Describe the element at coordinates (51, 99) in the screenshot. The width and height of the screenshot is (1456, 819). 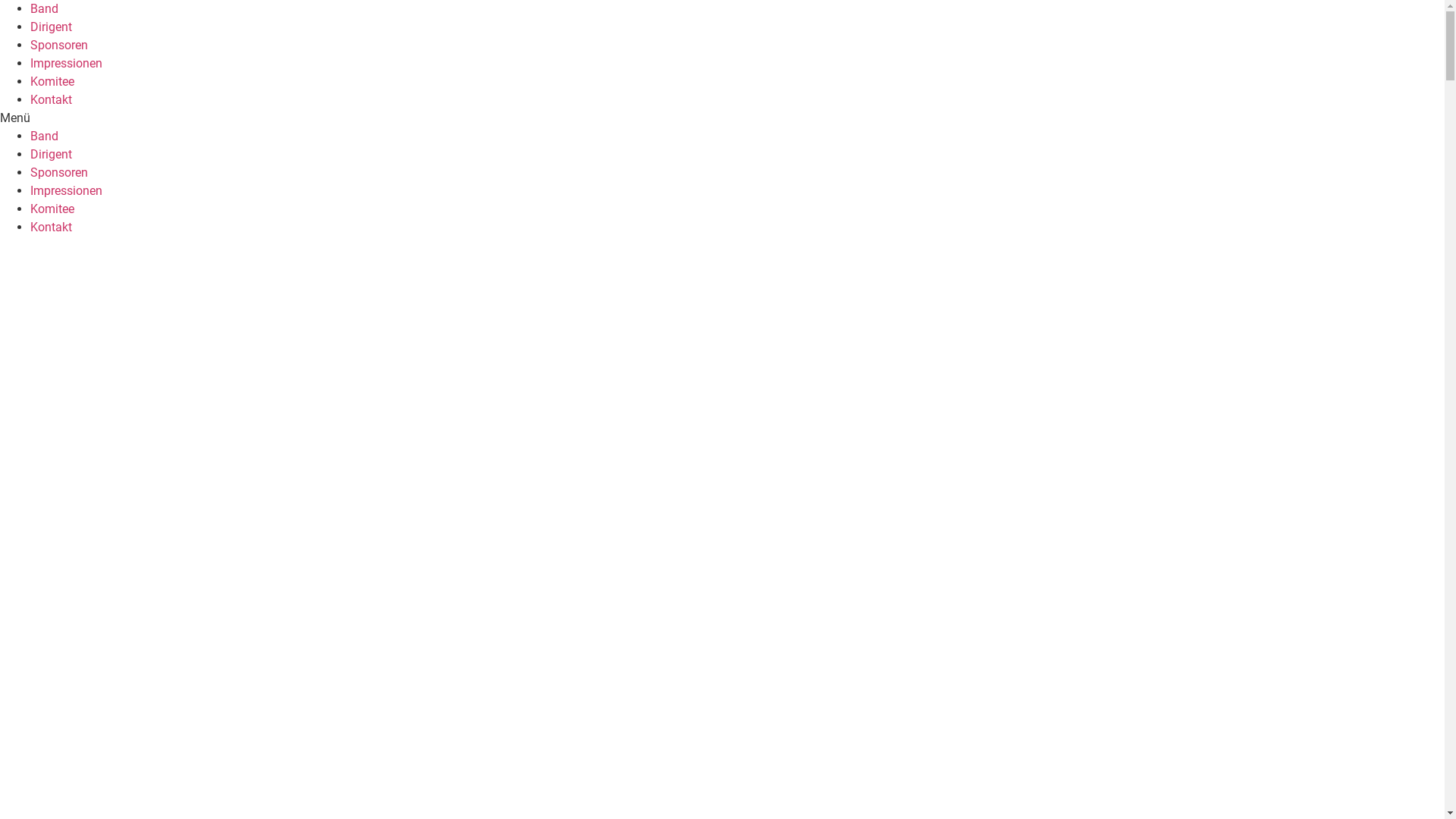
I see `'Kontakt'` at that location.